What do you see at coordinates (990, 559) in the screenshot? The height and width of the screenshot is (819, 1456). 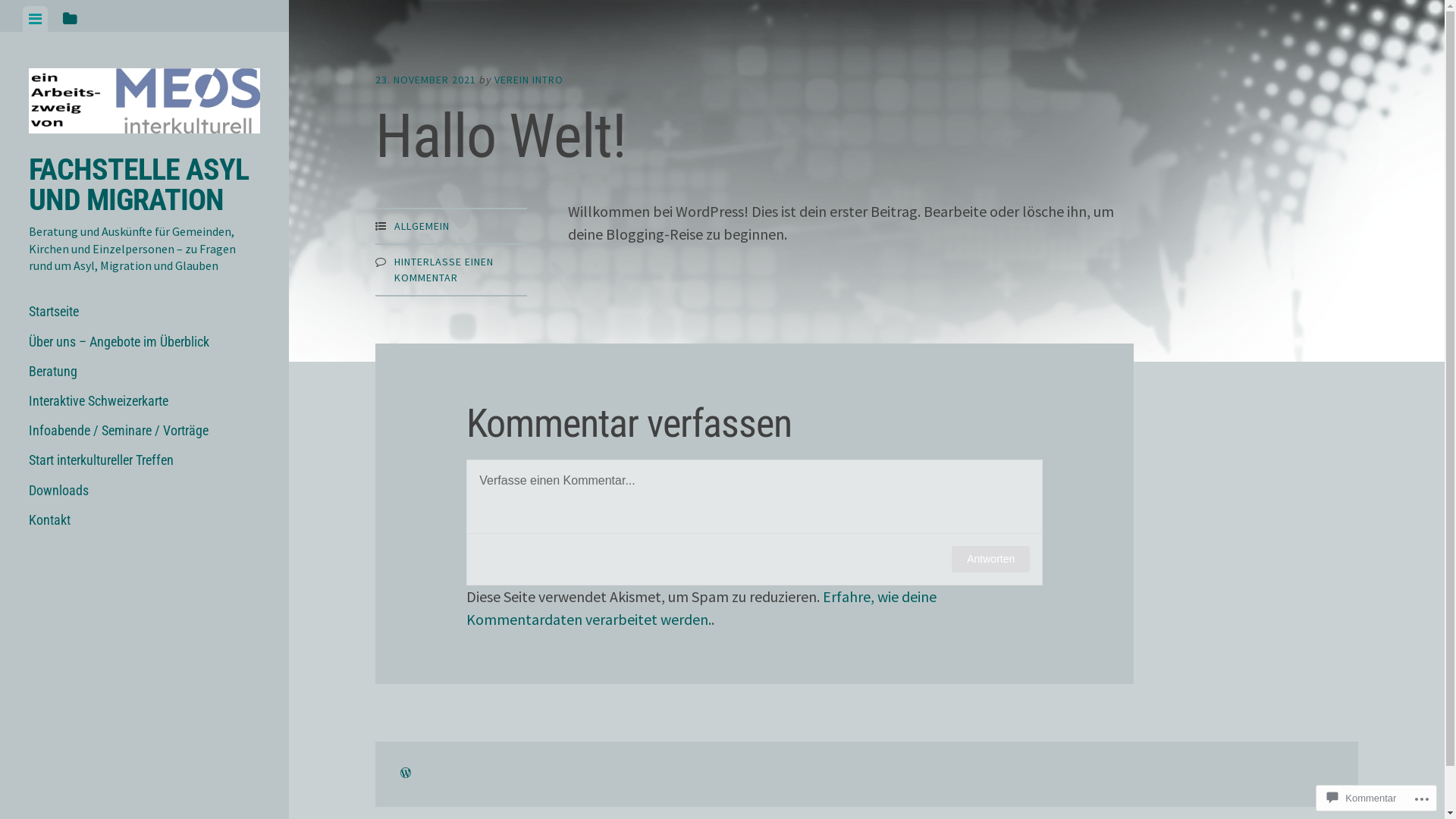 I see `'Antworten'` at bounding box center [990, 559].